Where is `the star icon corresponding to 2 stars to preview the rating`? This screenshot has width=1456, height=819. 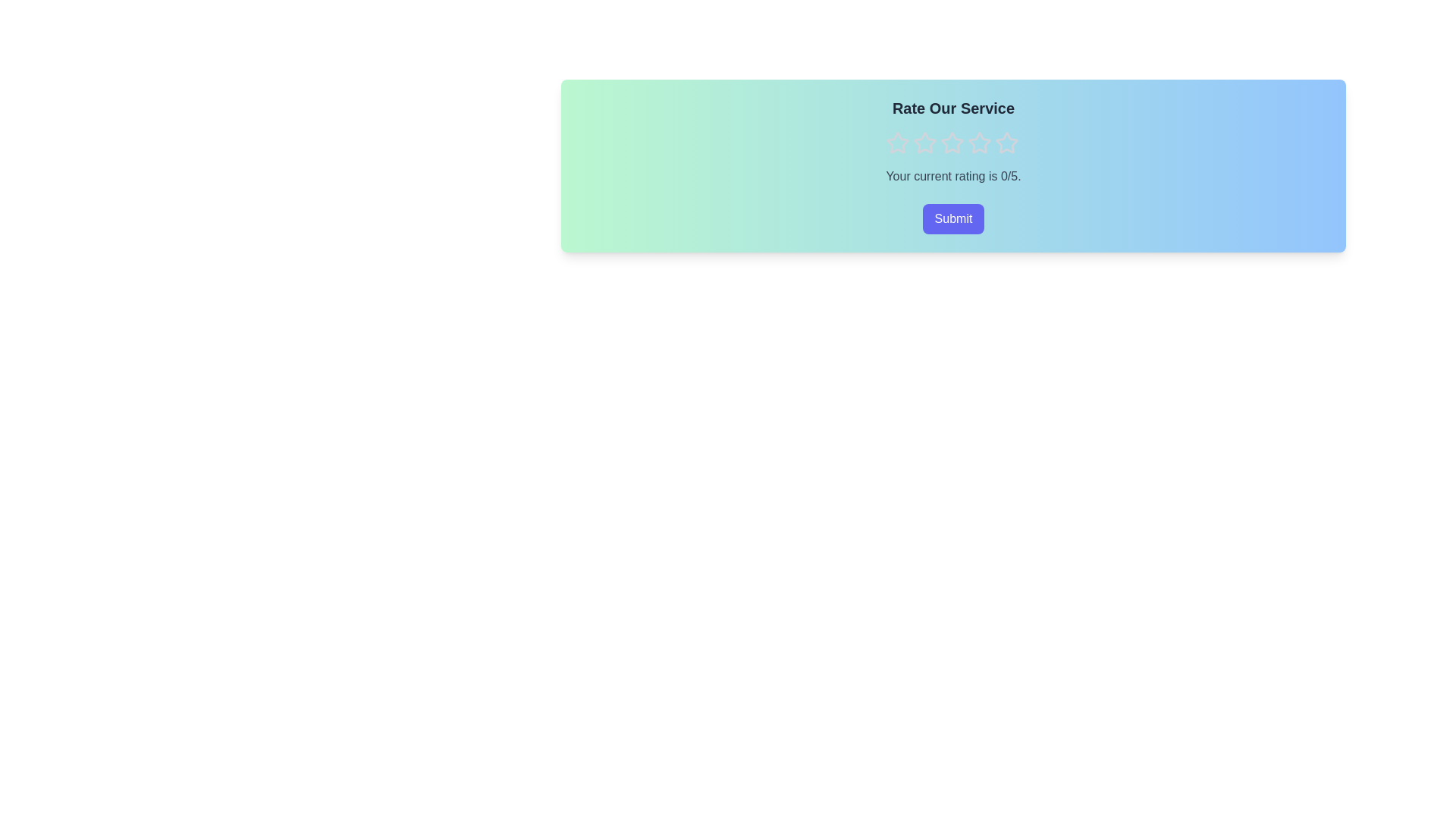 the star icon corresponding to 2 stars to preview the rating is located at coordinates (924, 143).